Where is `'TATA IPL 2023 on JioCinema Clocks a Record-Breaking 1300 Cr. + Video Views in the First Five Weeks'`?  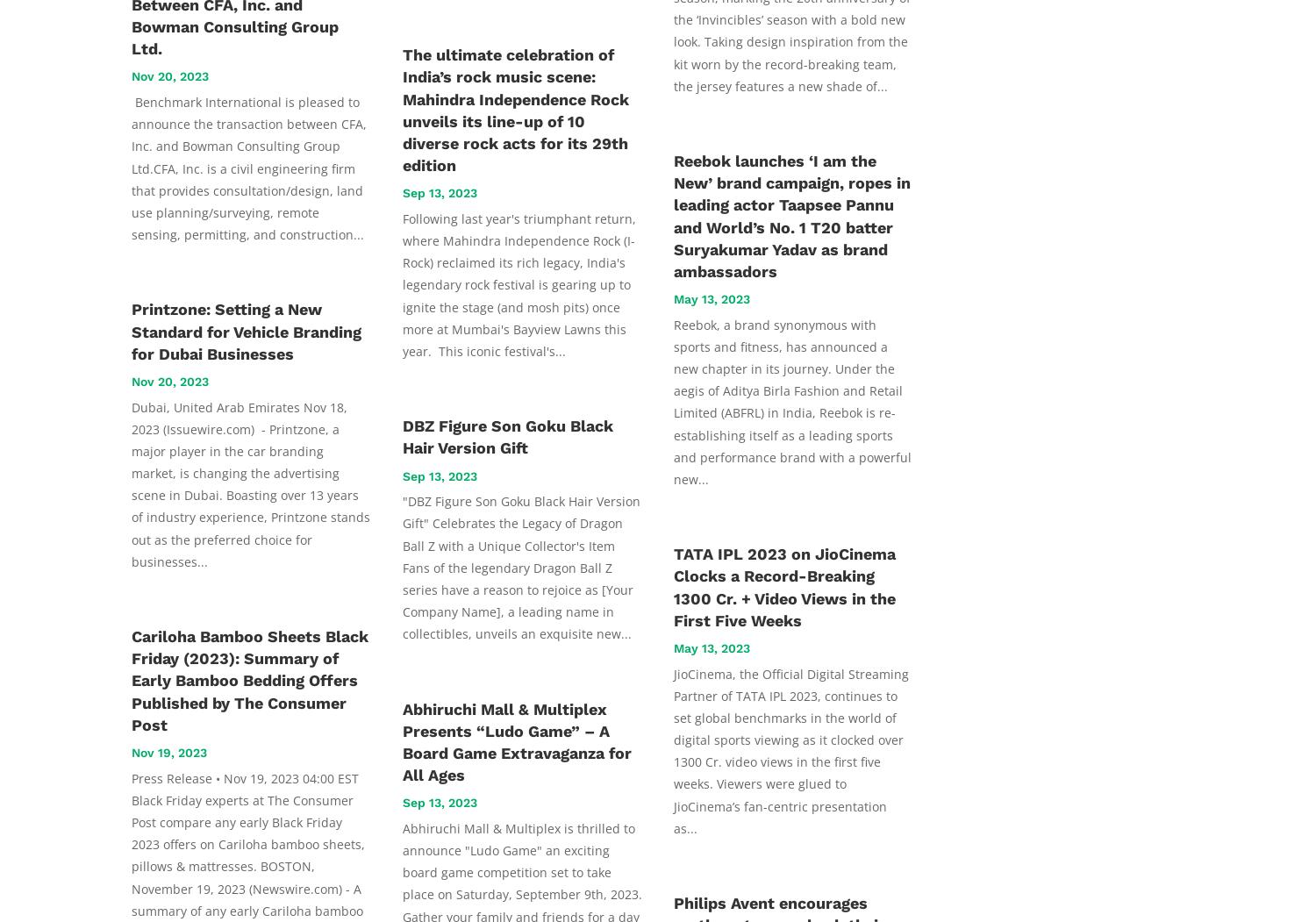 'TATA IPL 2023 on JioCinema Clocks a Record-Breaking 1300 Cr. + Video Views in the First Five Weeks' is located at coordinates (784, 586).